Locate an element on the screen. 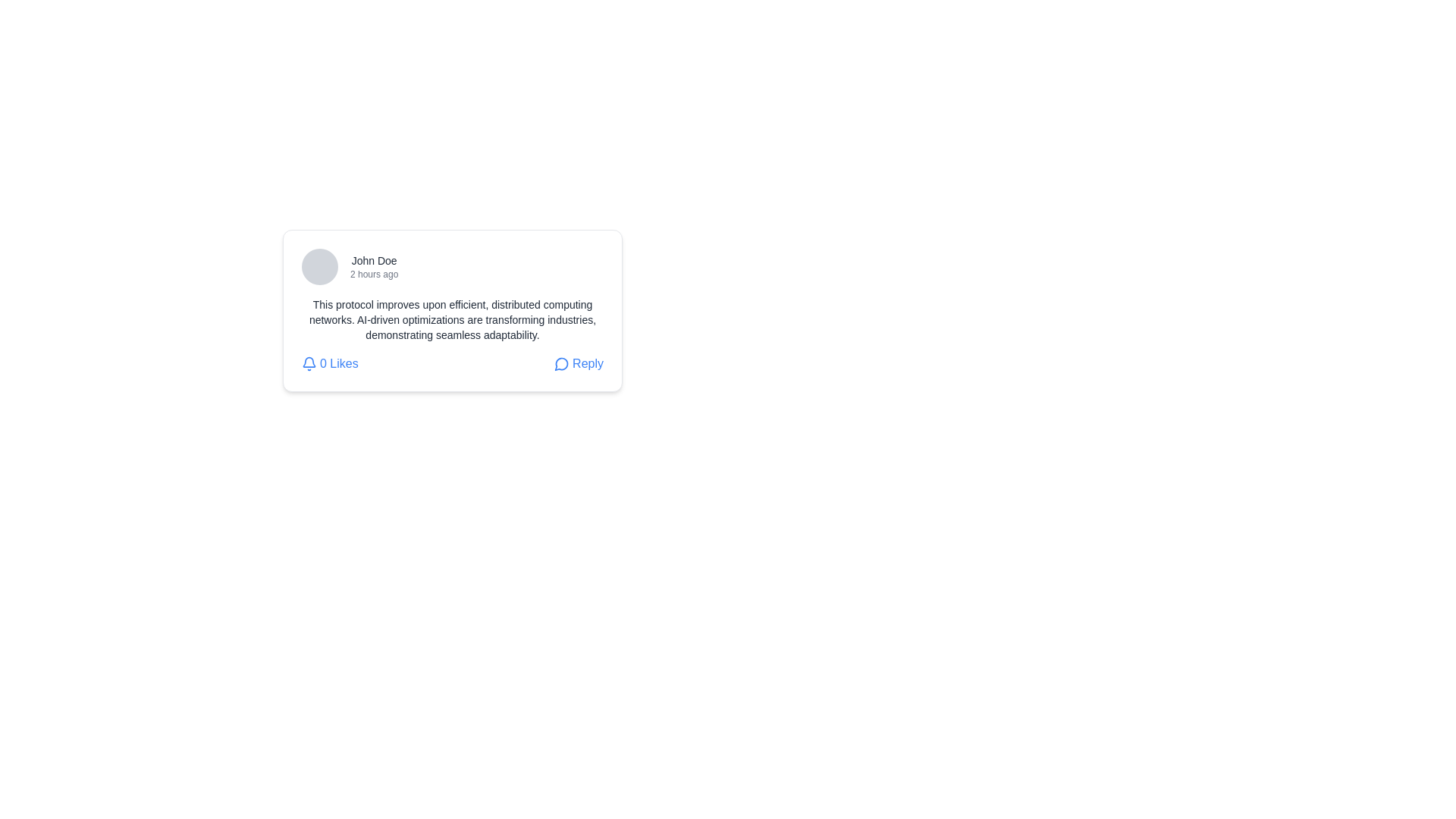  the static text label displaying 'John Doe' which is part of the header section above a timestamp is located at coordinates (374, 259).